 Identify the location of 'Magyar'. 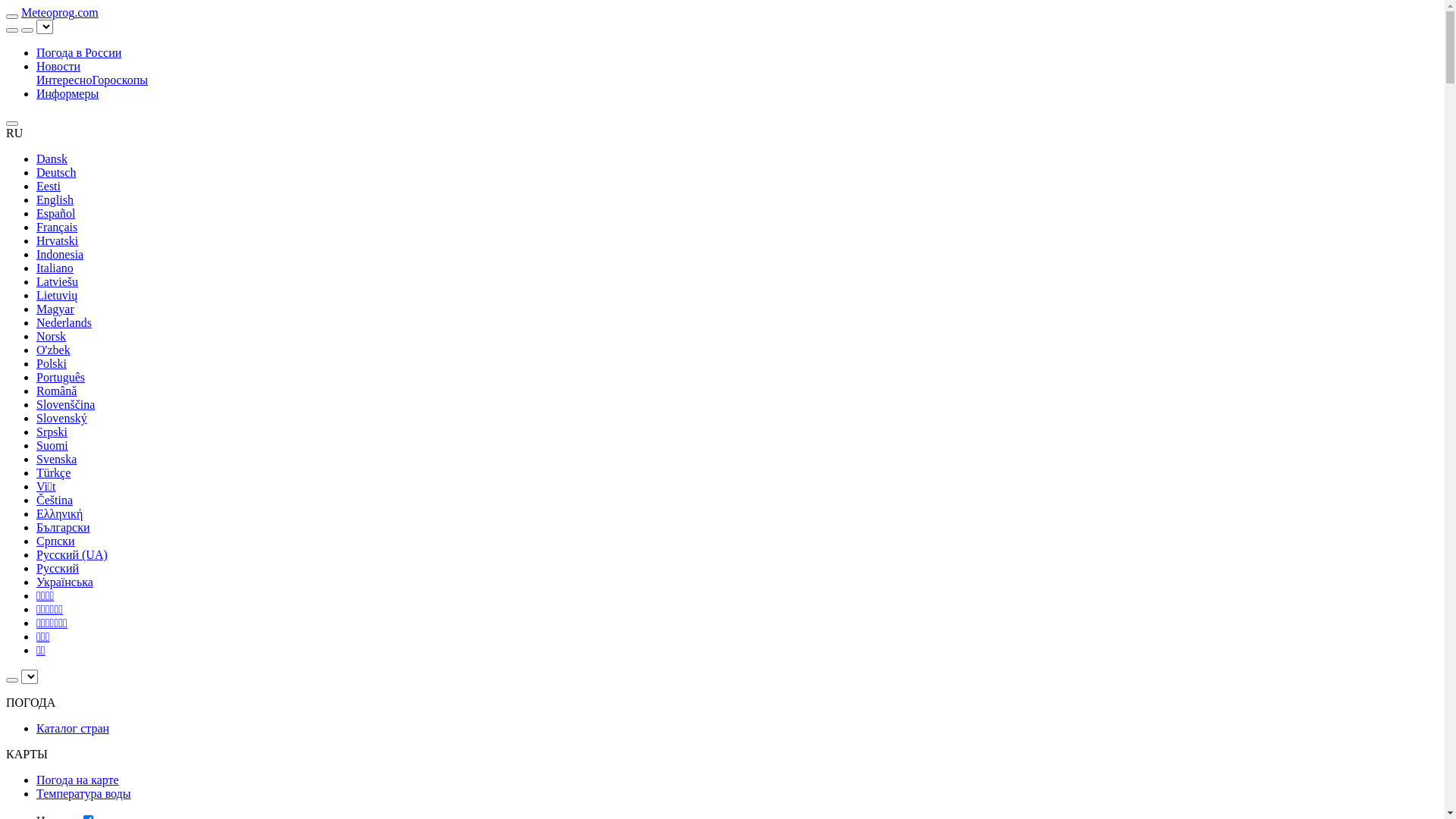
(55, 308).